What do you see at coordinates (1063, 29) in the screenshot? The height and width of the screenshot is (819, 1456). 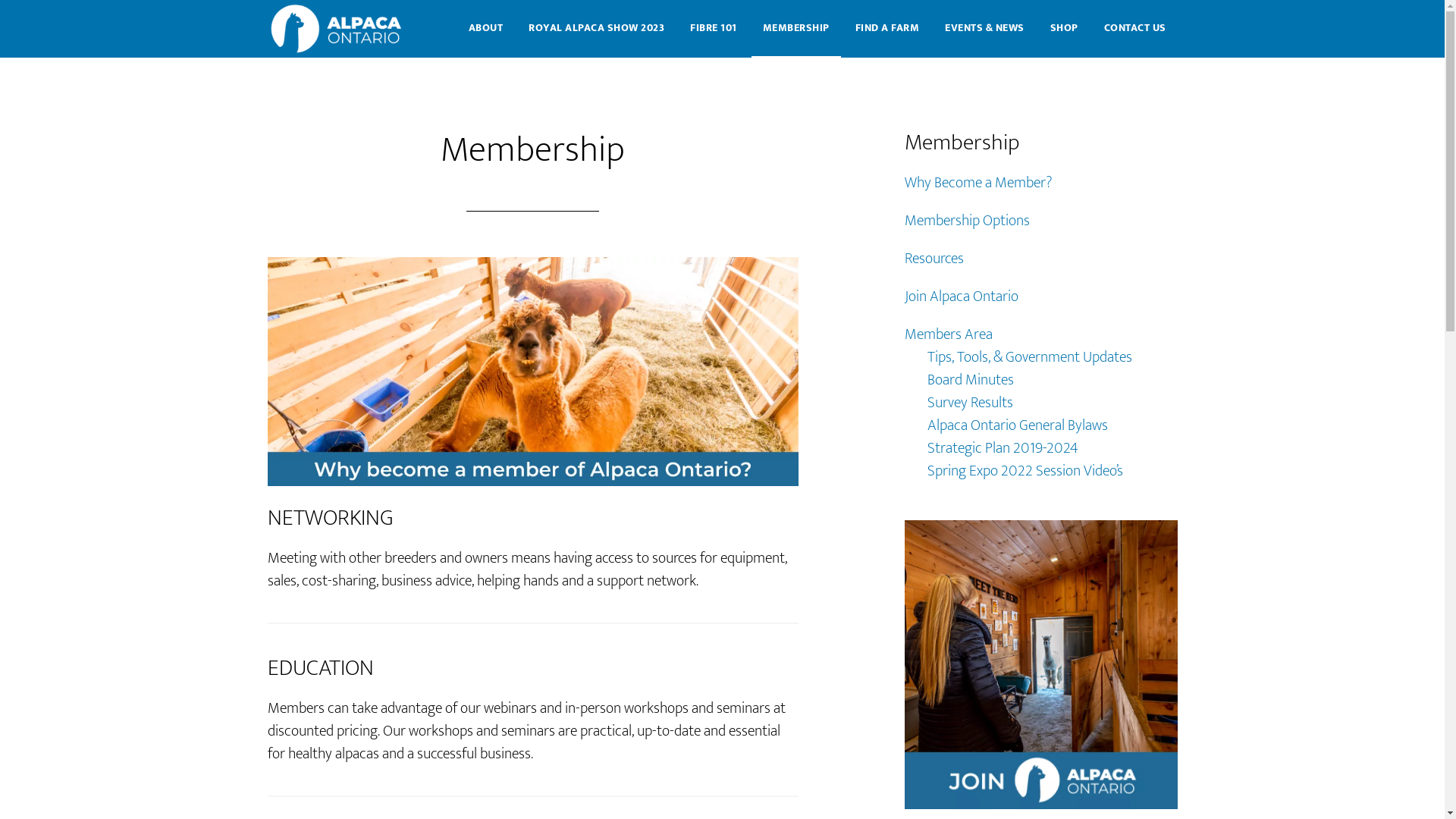 I see `'SHOP'` at bounding box center [1063, 29].